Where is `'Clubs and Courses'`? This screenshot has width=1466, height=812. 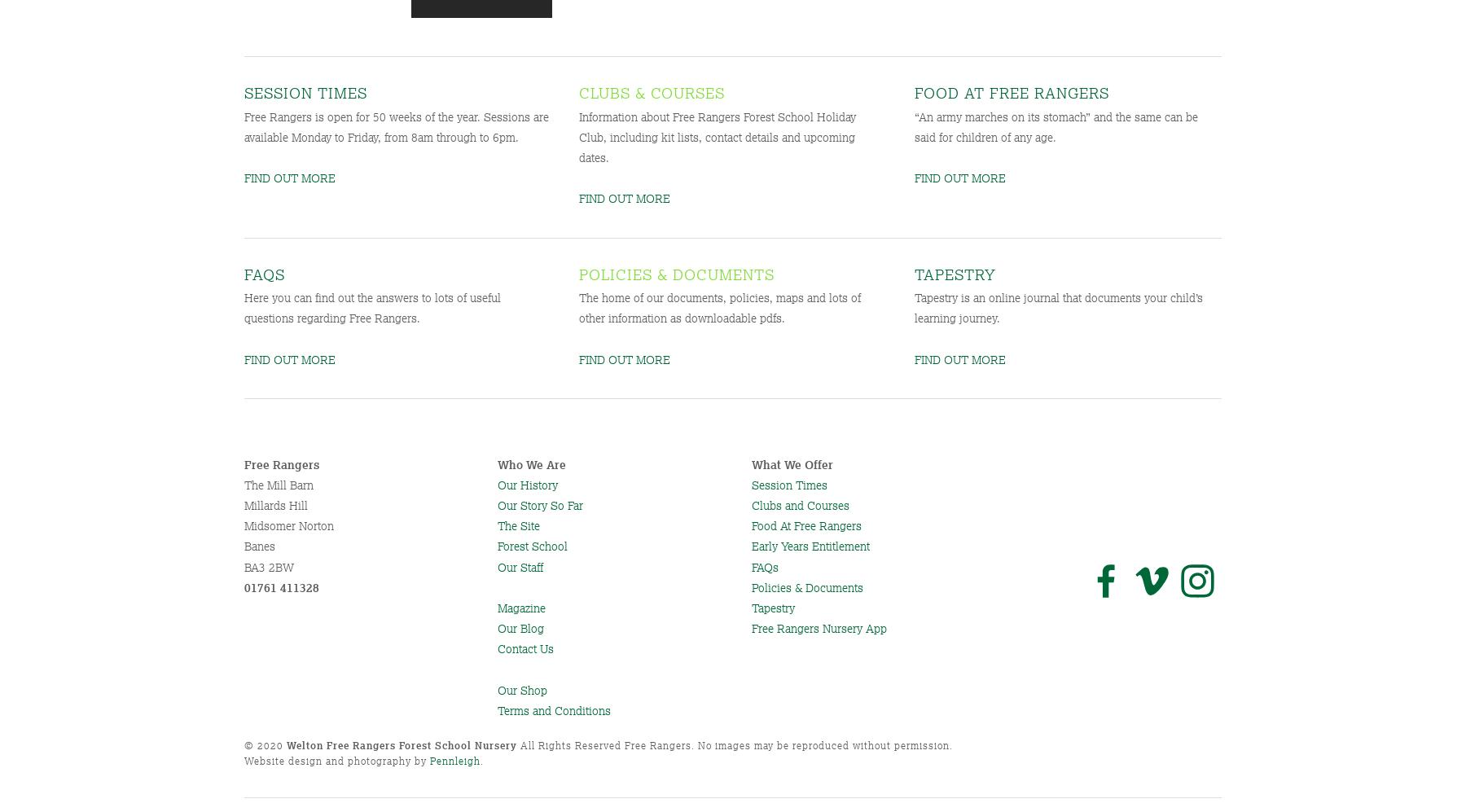
'Clubs and Courses' is located at coordinates (749, 505).